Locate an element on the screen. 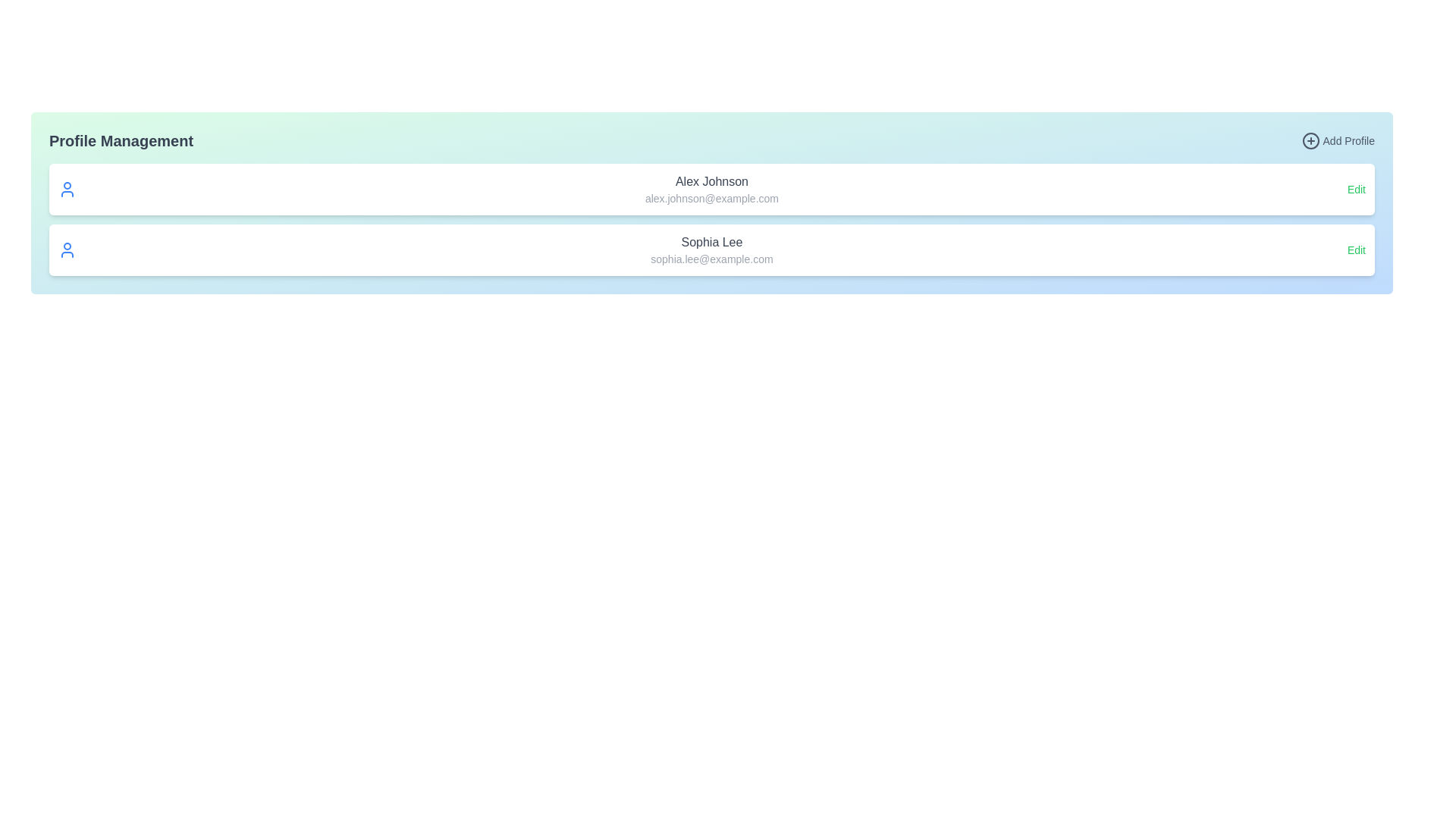 The height and width of the screenshot is (819, 1456). the decorative circle element within the '+' symbol, which is part of the 'Add Profile' button located at the top right corner of the interface is located at coordinates (1310, 140).